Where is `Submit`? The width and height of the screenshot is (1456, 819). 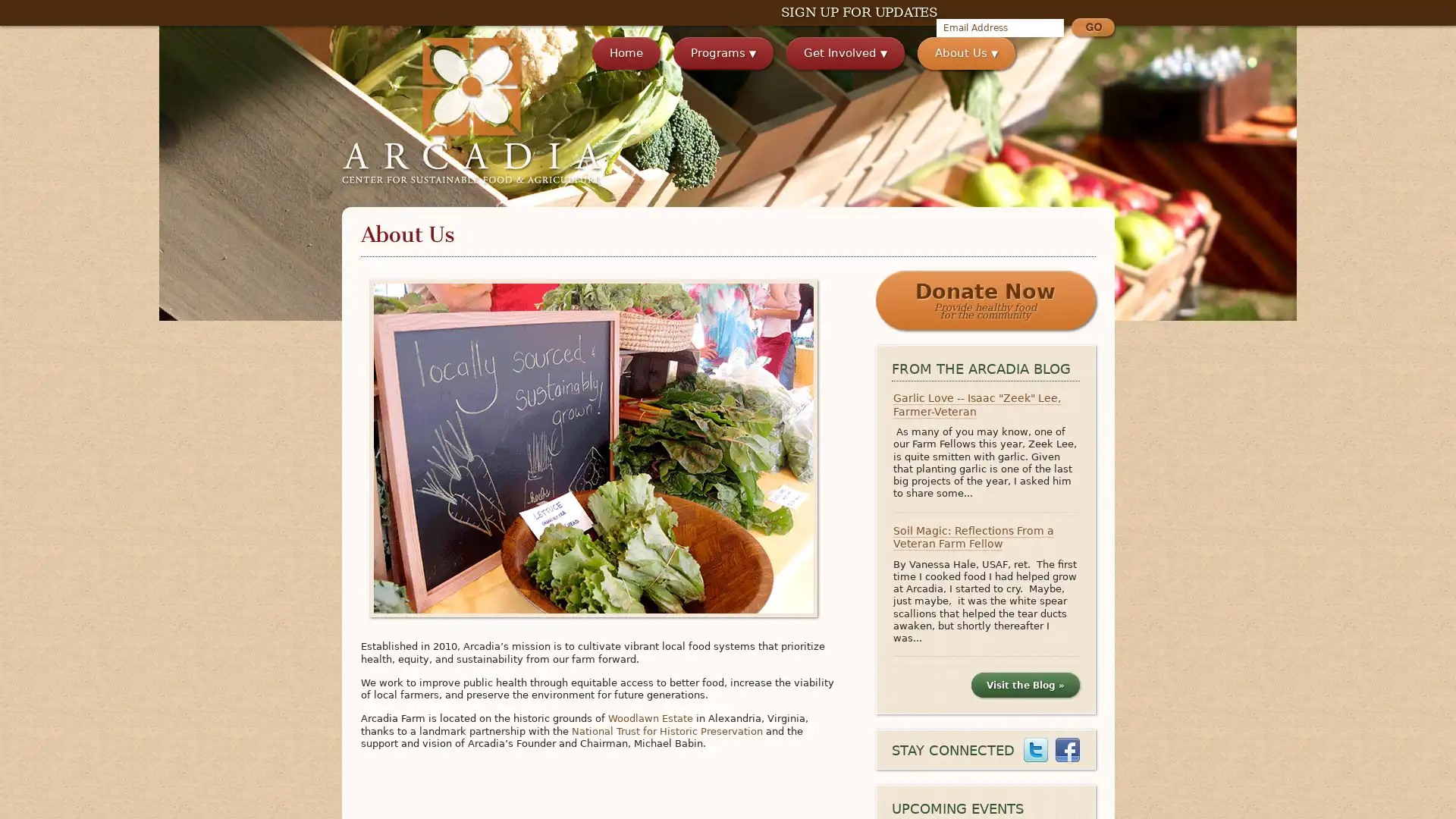 Submit is located at coordinates (1092, 29).